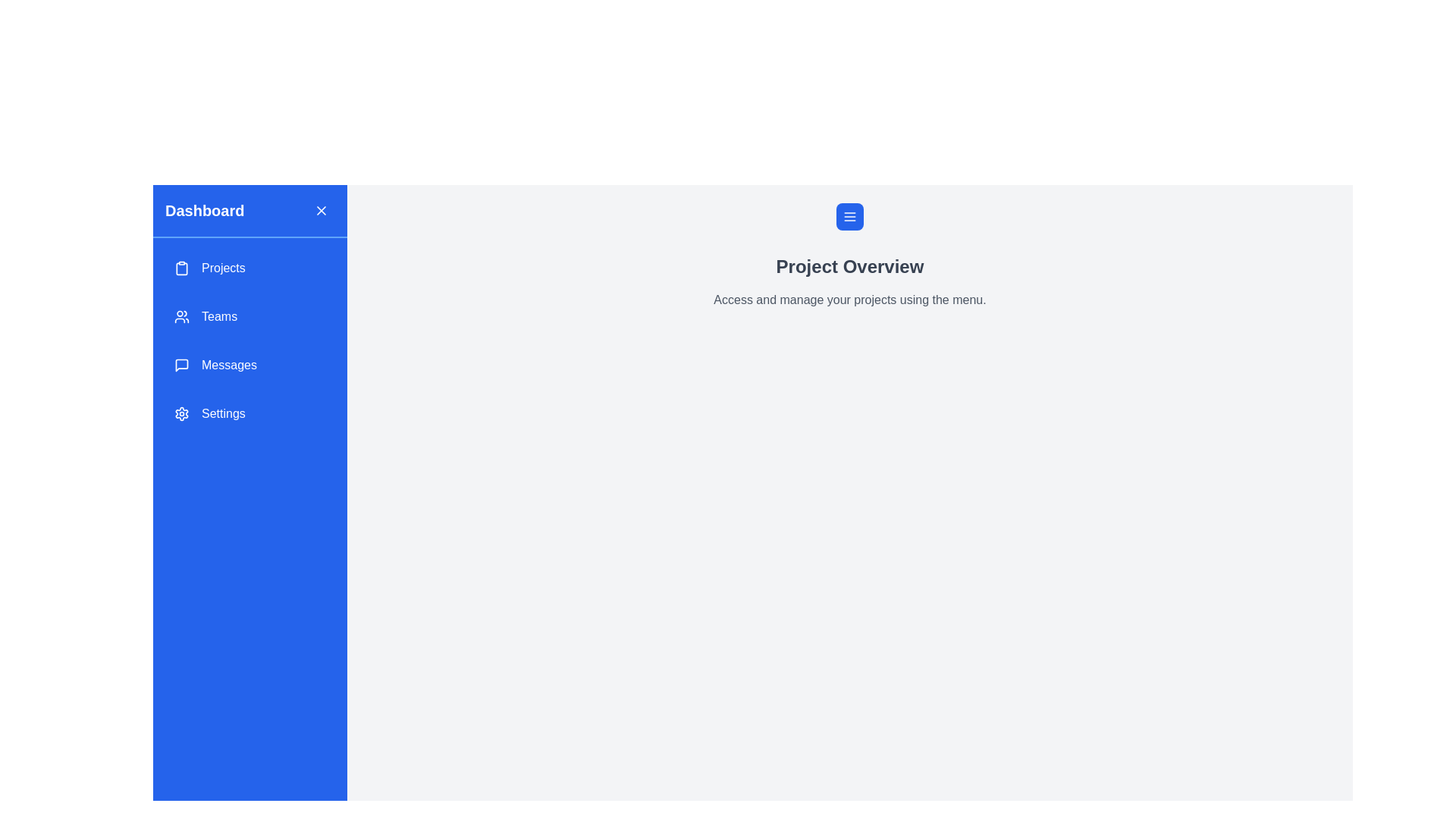  Describe the element at coordinates (850, 216) in the screenshot. I see `the menu button icon located at the center of the blue button above the 'Project Overview' content area` at that location.